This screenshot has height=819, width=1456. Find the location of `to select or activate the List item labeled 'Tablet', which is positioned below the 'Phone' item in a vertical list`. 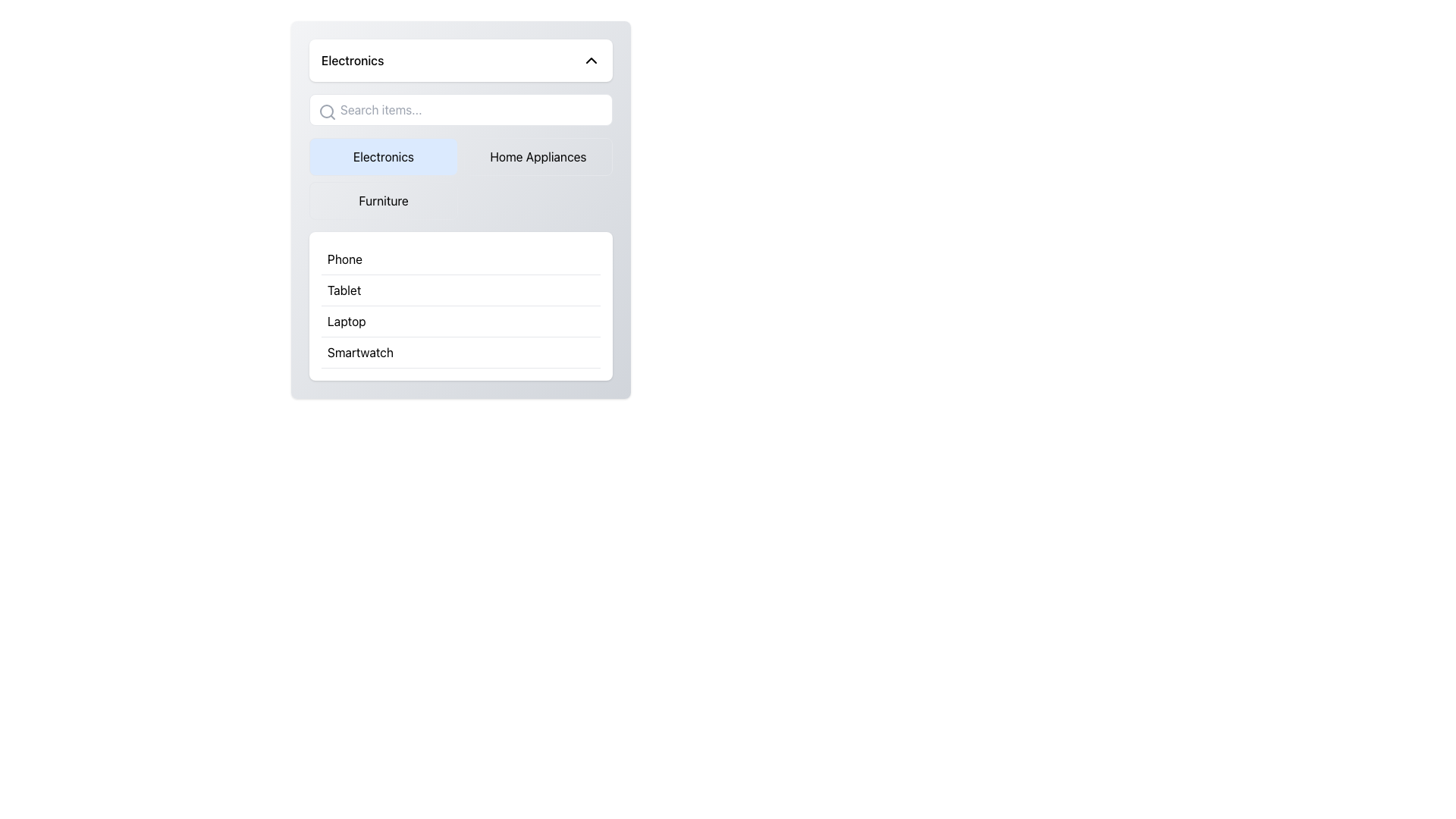

to select or activate the List item labeled 'Tablet', which is positioned below the 'Phone' item in a vertical list is located at coordinates (460, 290).